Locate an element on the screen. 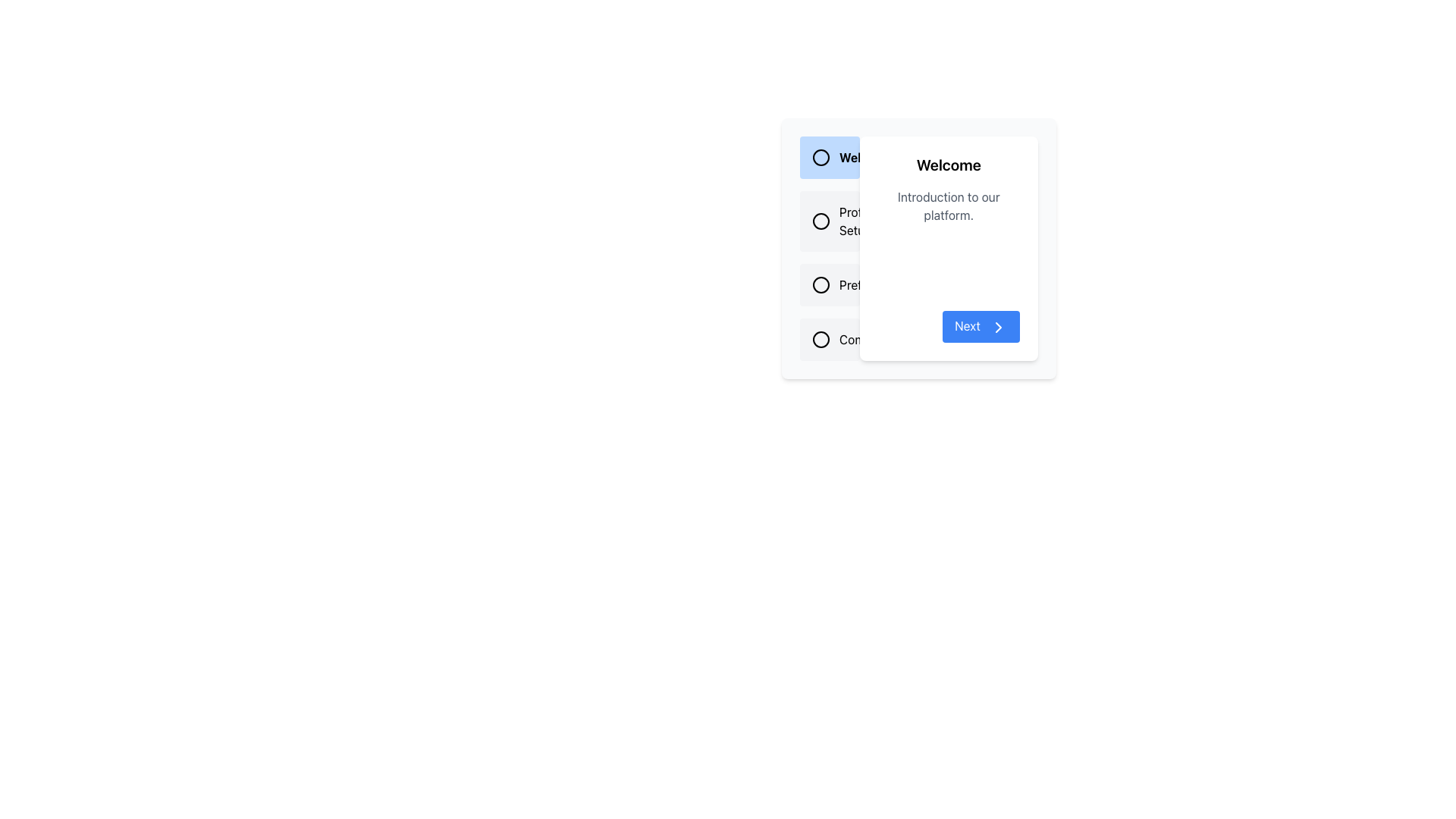 The image size is (1456, 819). the circular shape representing the unselected option in the third radio button labeled 'Preferences' is located at coordinates (821, 284).